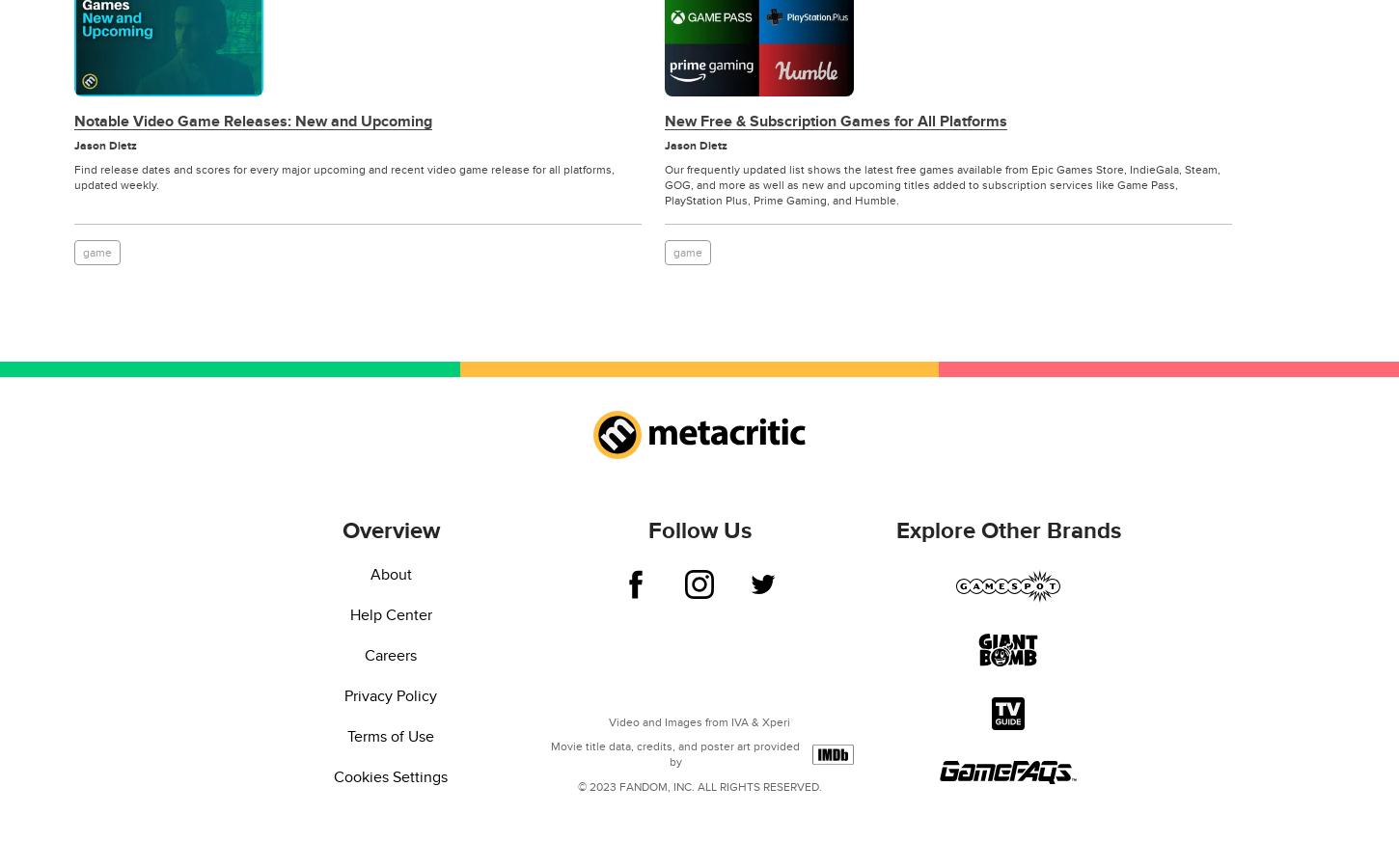 The image size is (1399, 868). Describe the element at coordinates (253, 122) in the screenshot. I see `'Notable Video Game Releases: New and Upcoming'` at that location.